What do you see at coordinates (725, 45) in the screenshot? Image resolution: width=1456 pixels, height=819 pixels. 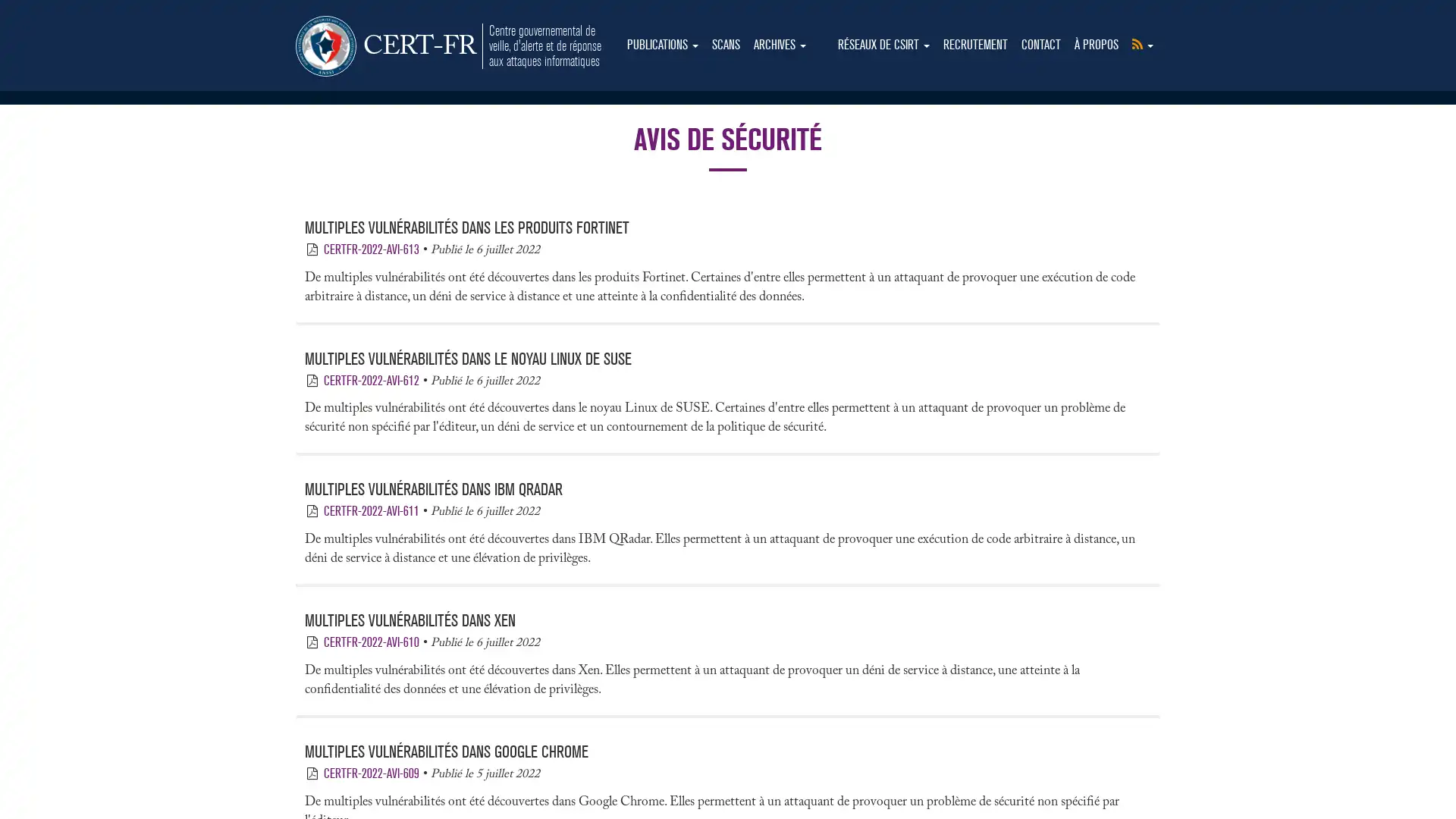 I see `SCANS` at bounding box center [725, 45].